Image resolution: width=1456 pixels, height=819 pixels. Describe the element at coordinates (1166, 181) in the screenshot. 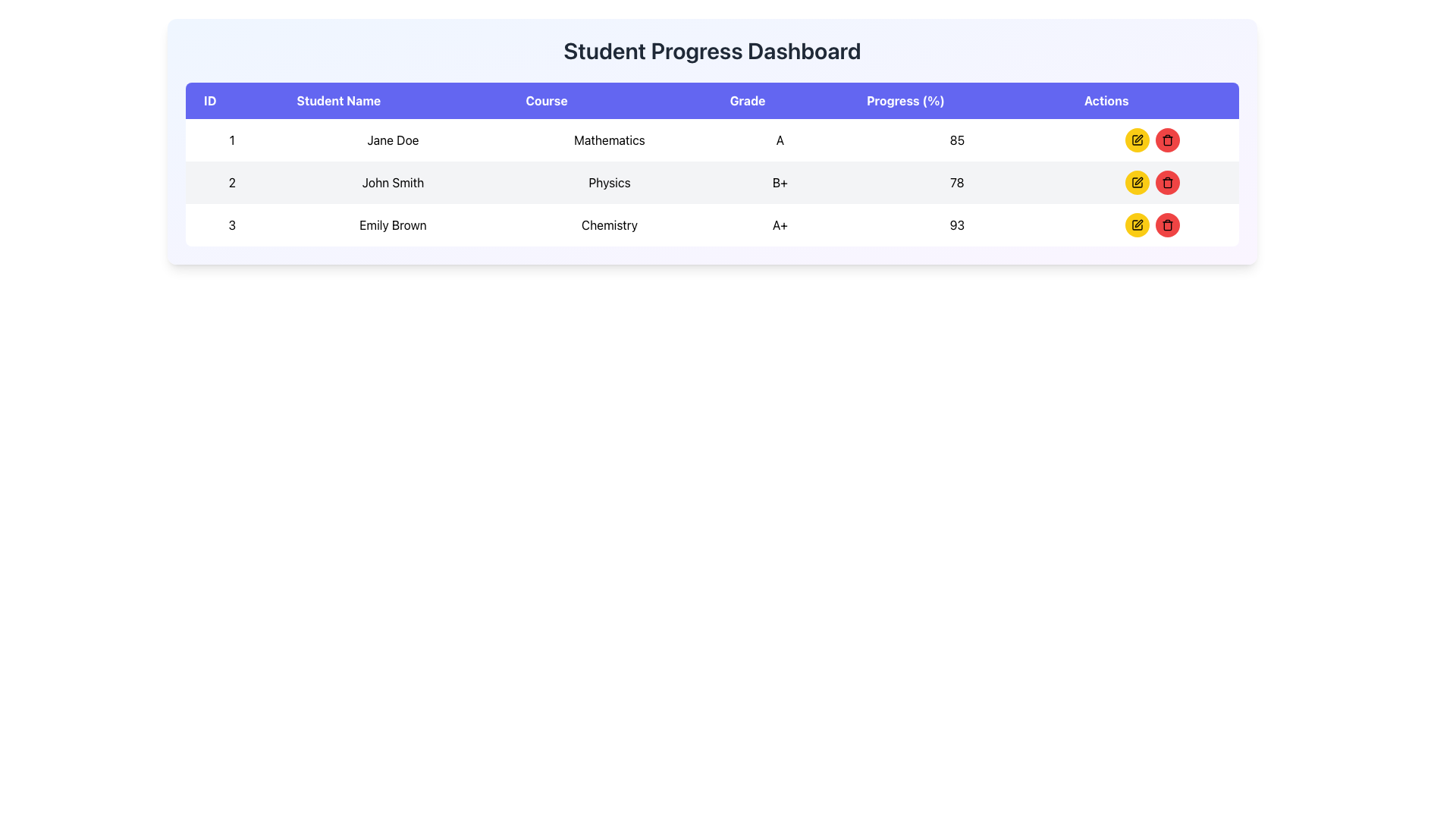

I see `the delete button in the 'Actions' column for the row corresponding to 'John Smith'` at that location.